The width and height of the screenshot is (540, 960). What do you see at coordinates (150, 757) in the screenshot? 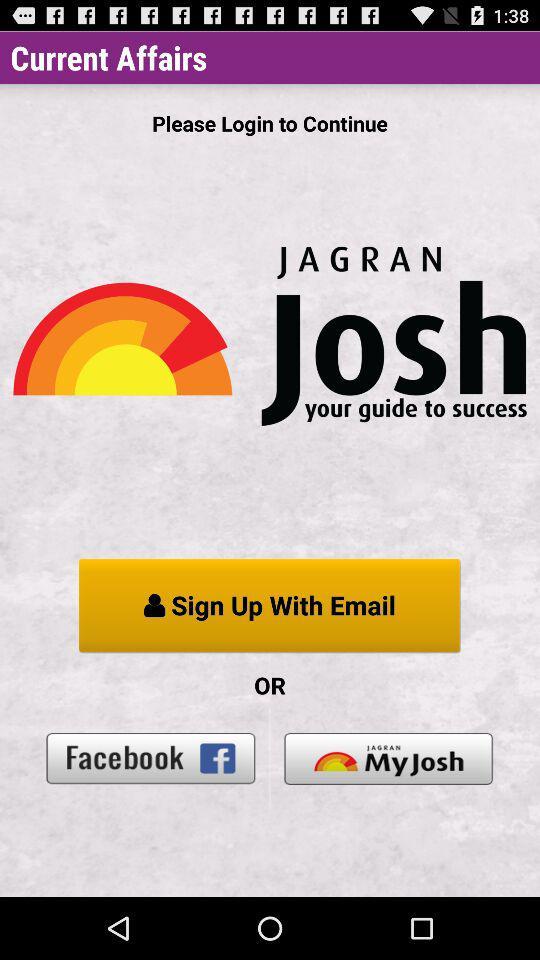
I see `the item at the bottom left corner` at bounding box center [150, 757].